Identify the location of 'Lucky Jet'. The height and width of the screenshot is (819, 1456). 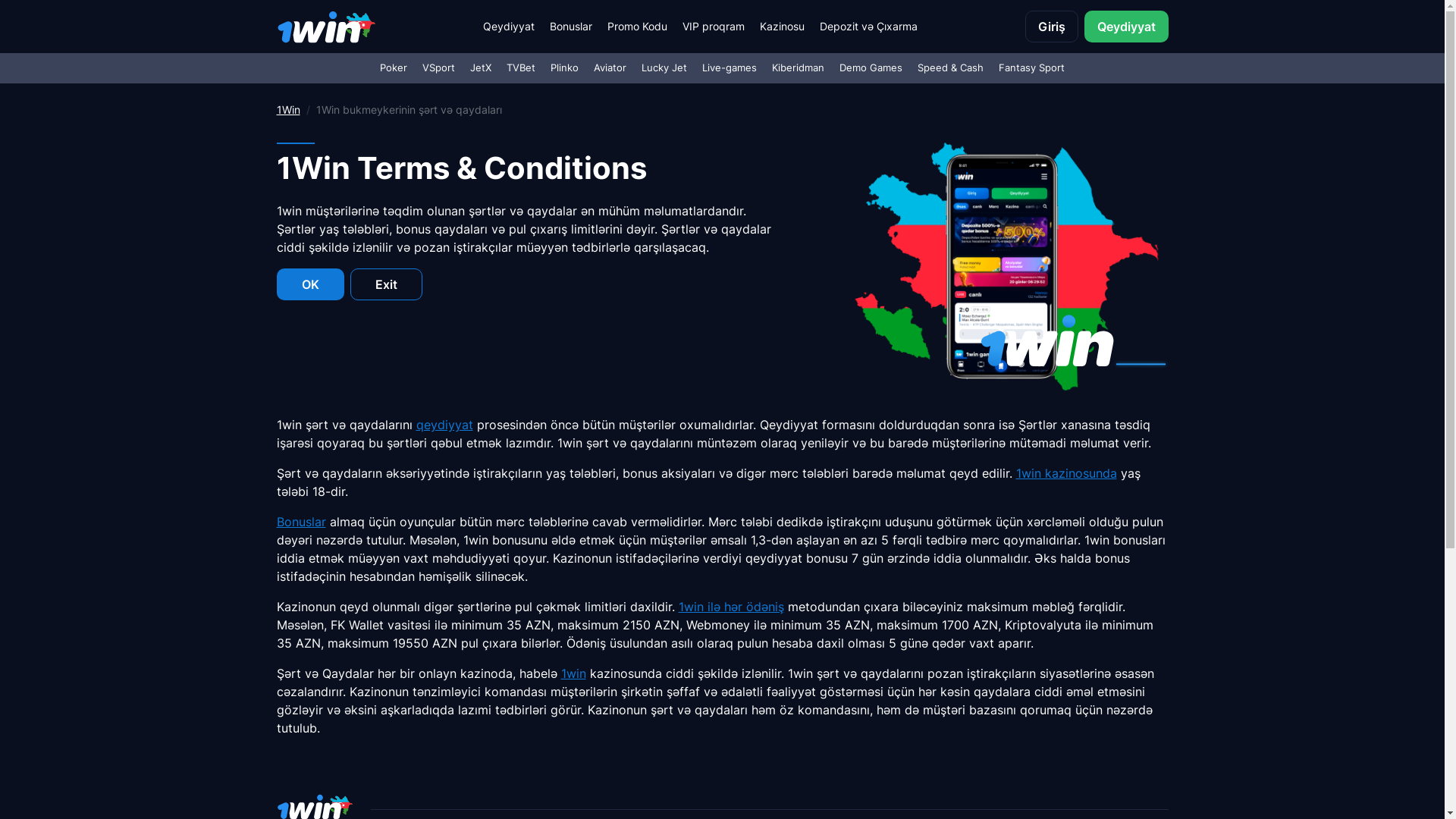
(664, 67).